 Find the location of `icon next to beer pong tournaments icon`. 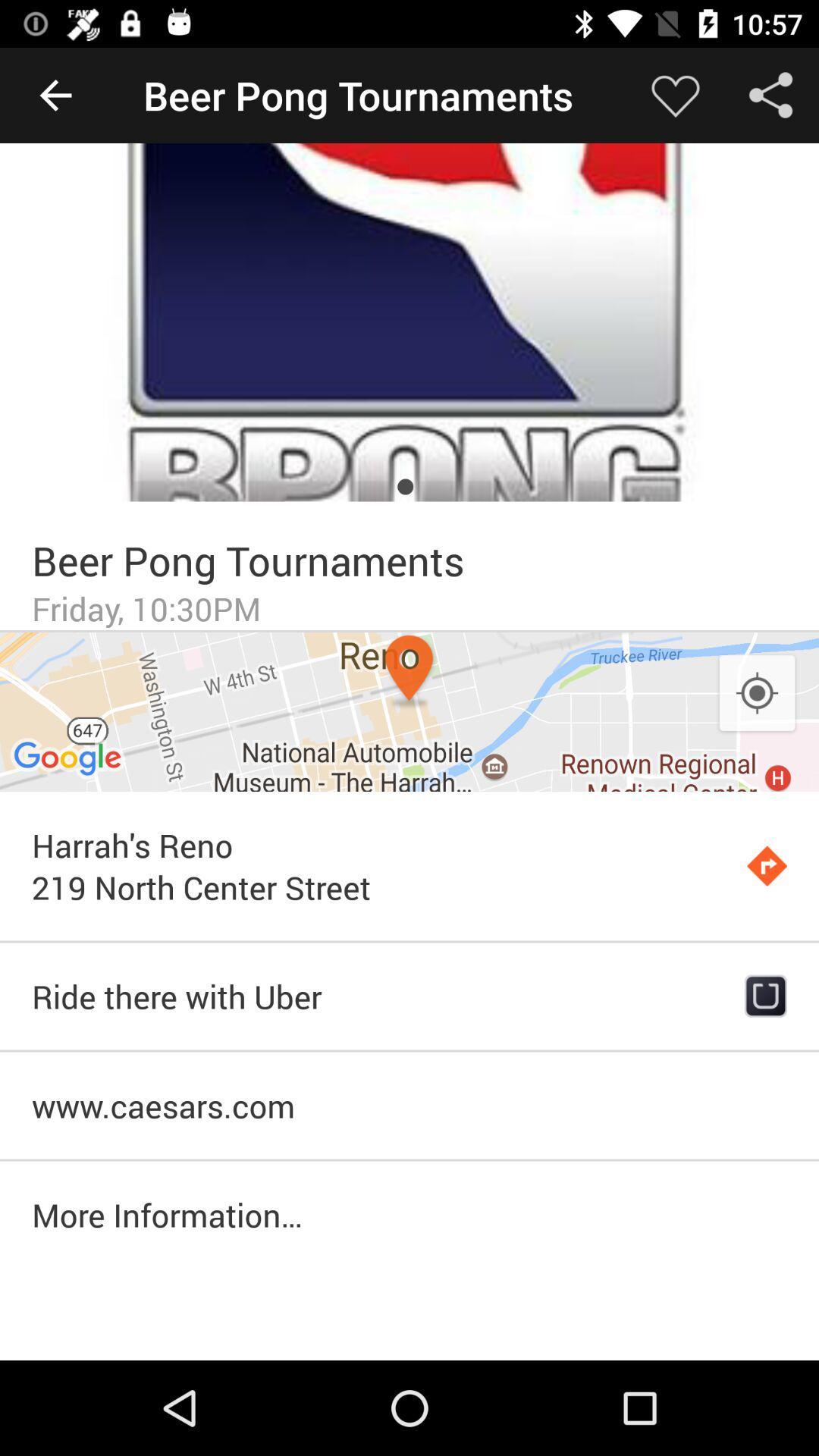

icon next to beer pong tournaments icon is located at coordinates (675, 94).